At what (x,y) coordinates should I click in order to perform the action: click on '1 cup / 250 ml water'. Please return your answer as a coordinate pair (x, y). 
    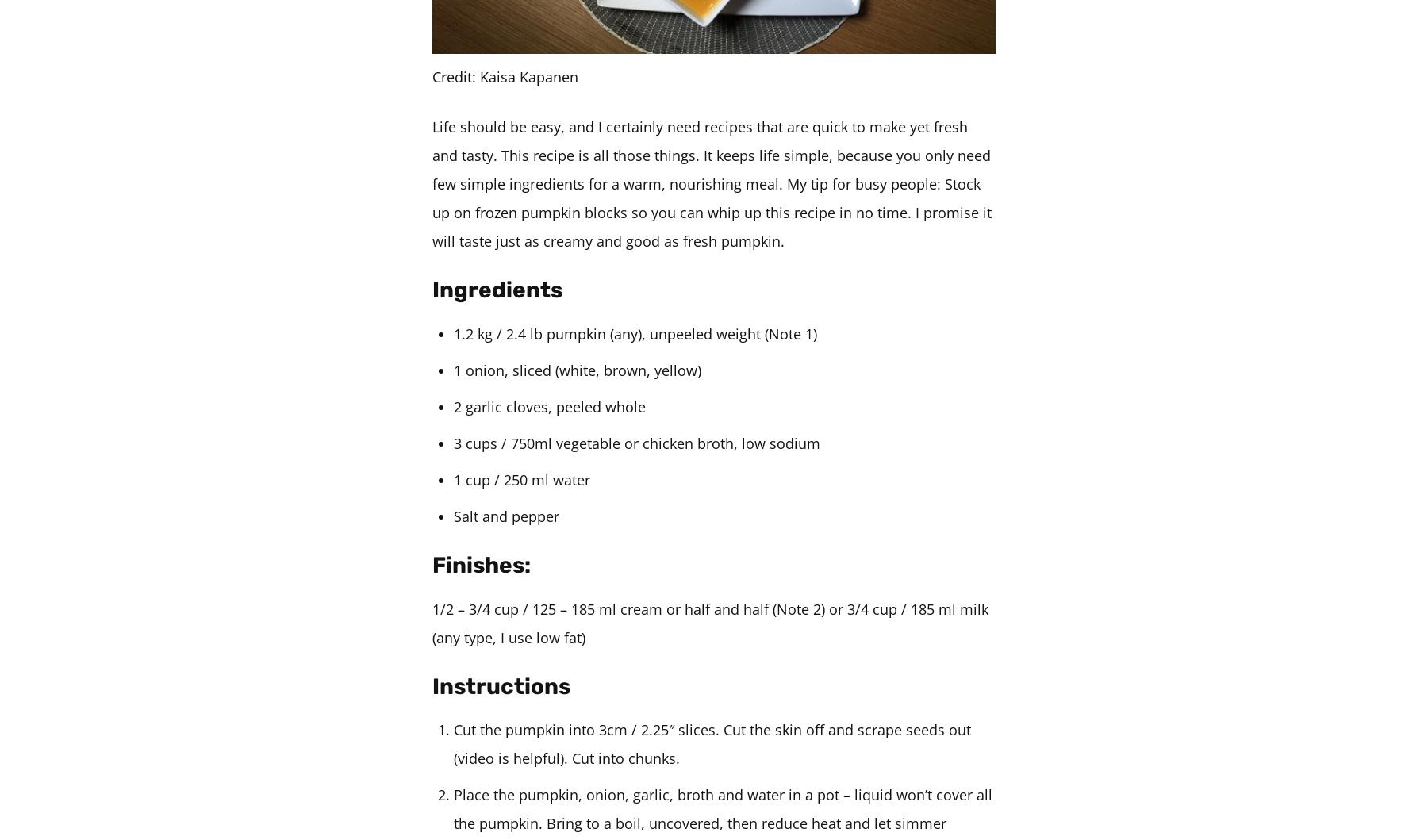
    Looking at the image, I should click on (454, 478).